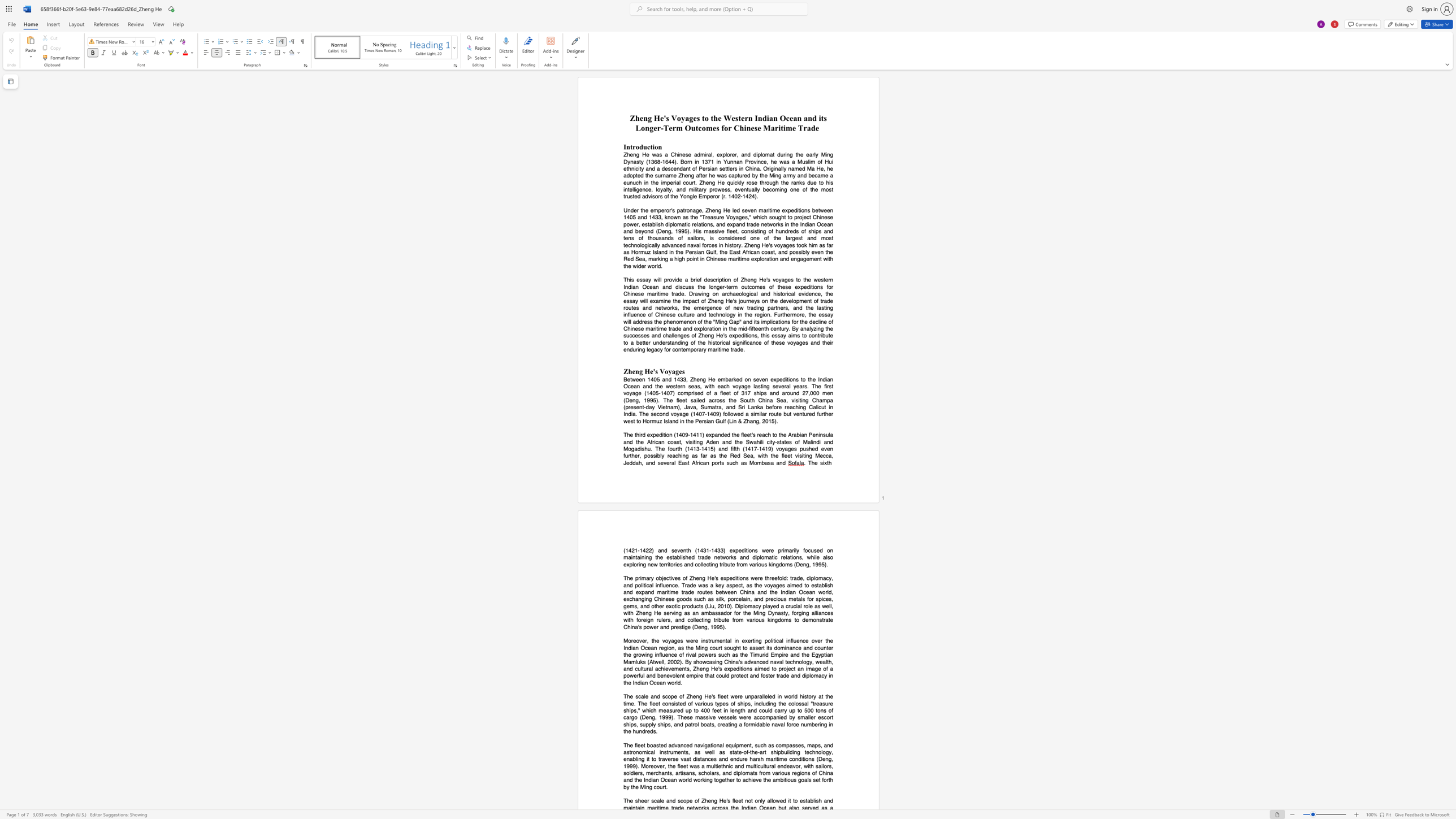 The height and width of the screenshot is (819, 1456). I want to click on the subset text "cope of Zheng He" within the text "The sheer scale and scope of Zheng He", so click(680, 800).